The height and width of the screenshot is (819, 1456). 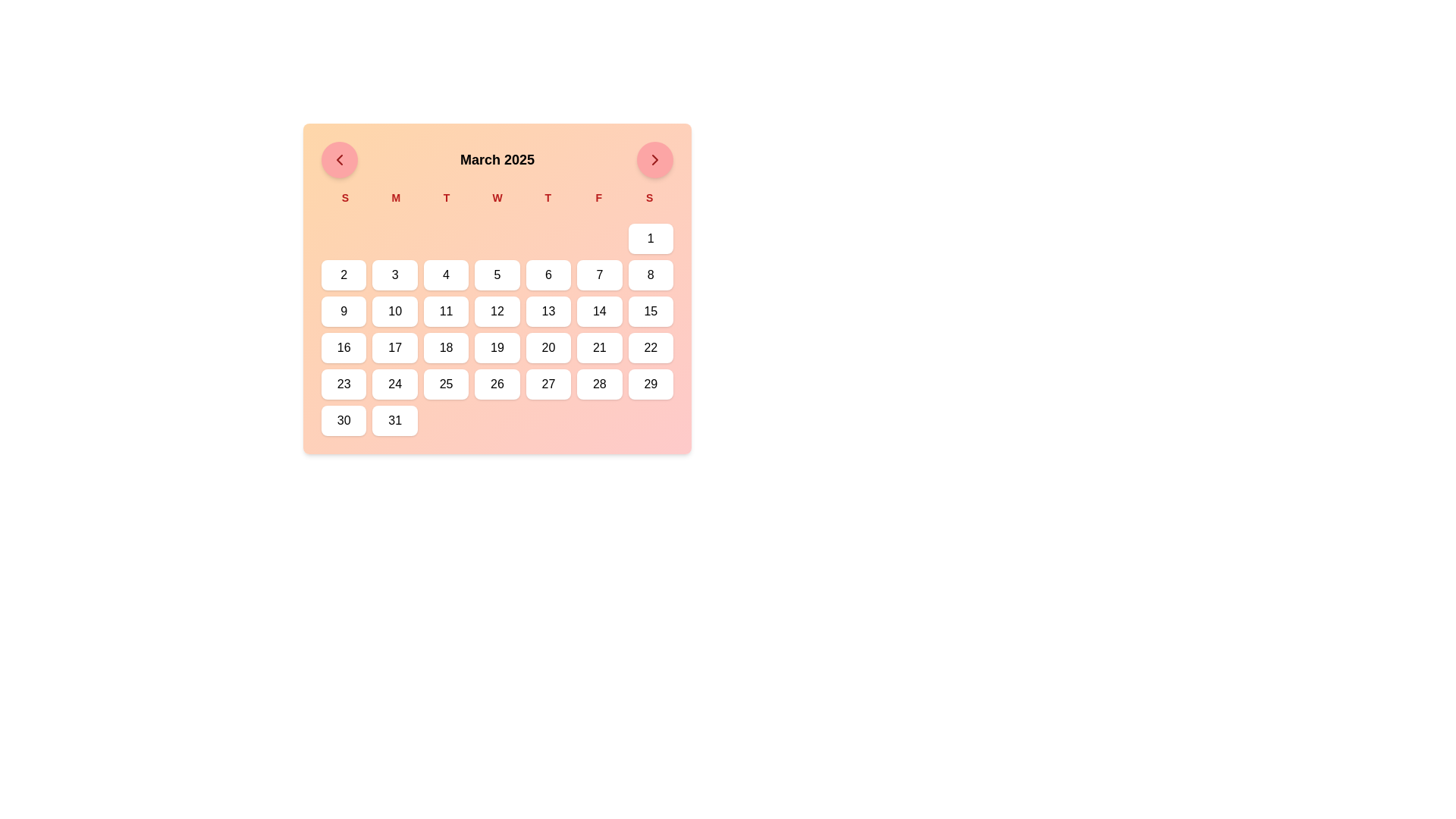 I want to click on the button representing the date '8', so click(x=651, y=275).